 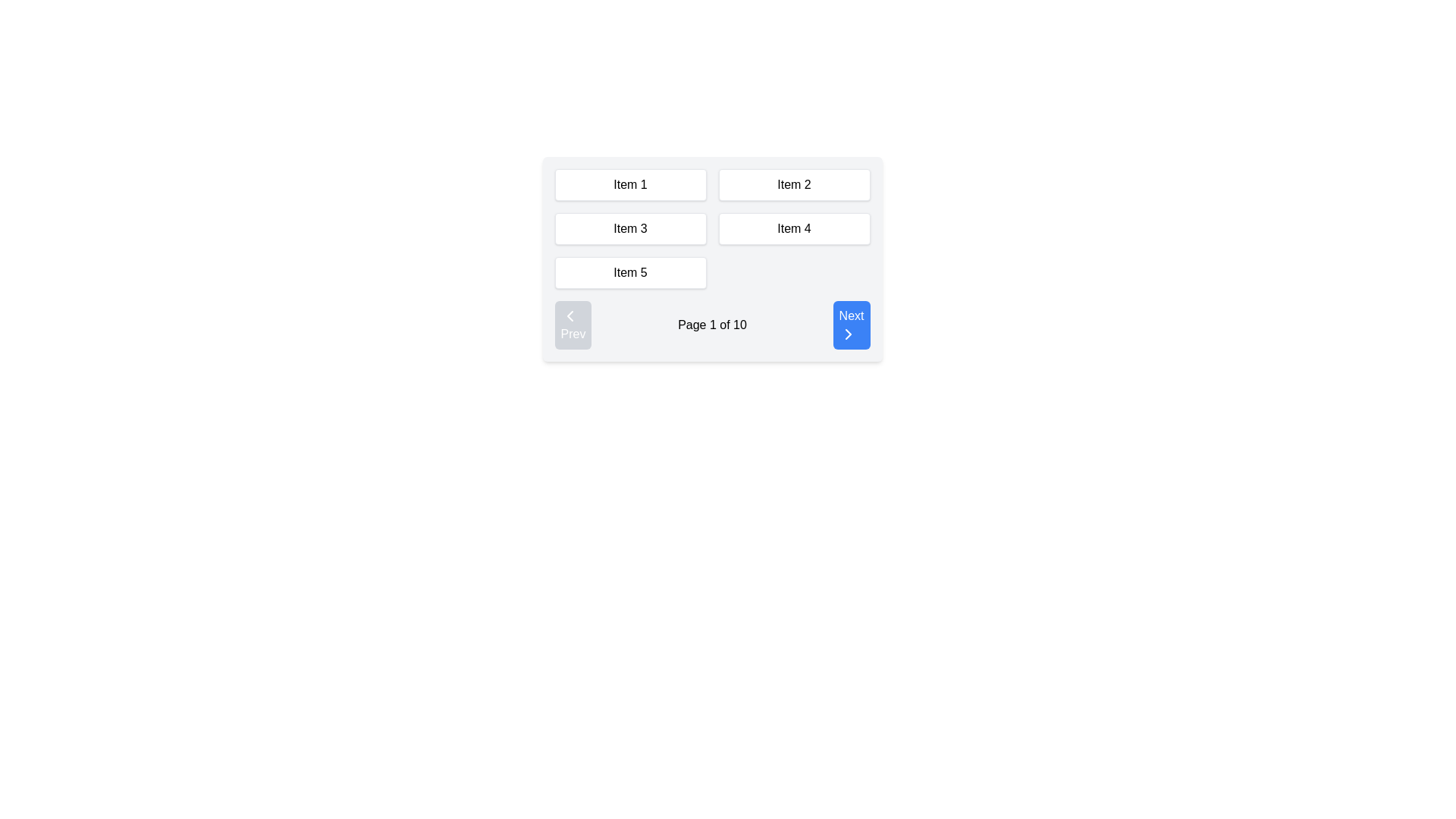 I want to click on the 'Next' button, which is a rectangular button with white text on a blue background and an arrow icon, located at the bottom-right corner of the content area, so click(x=852, y=324).